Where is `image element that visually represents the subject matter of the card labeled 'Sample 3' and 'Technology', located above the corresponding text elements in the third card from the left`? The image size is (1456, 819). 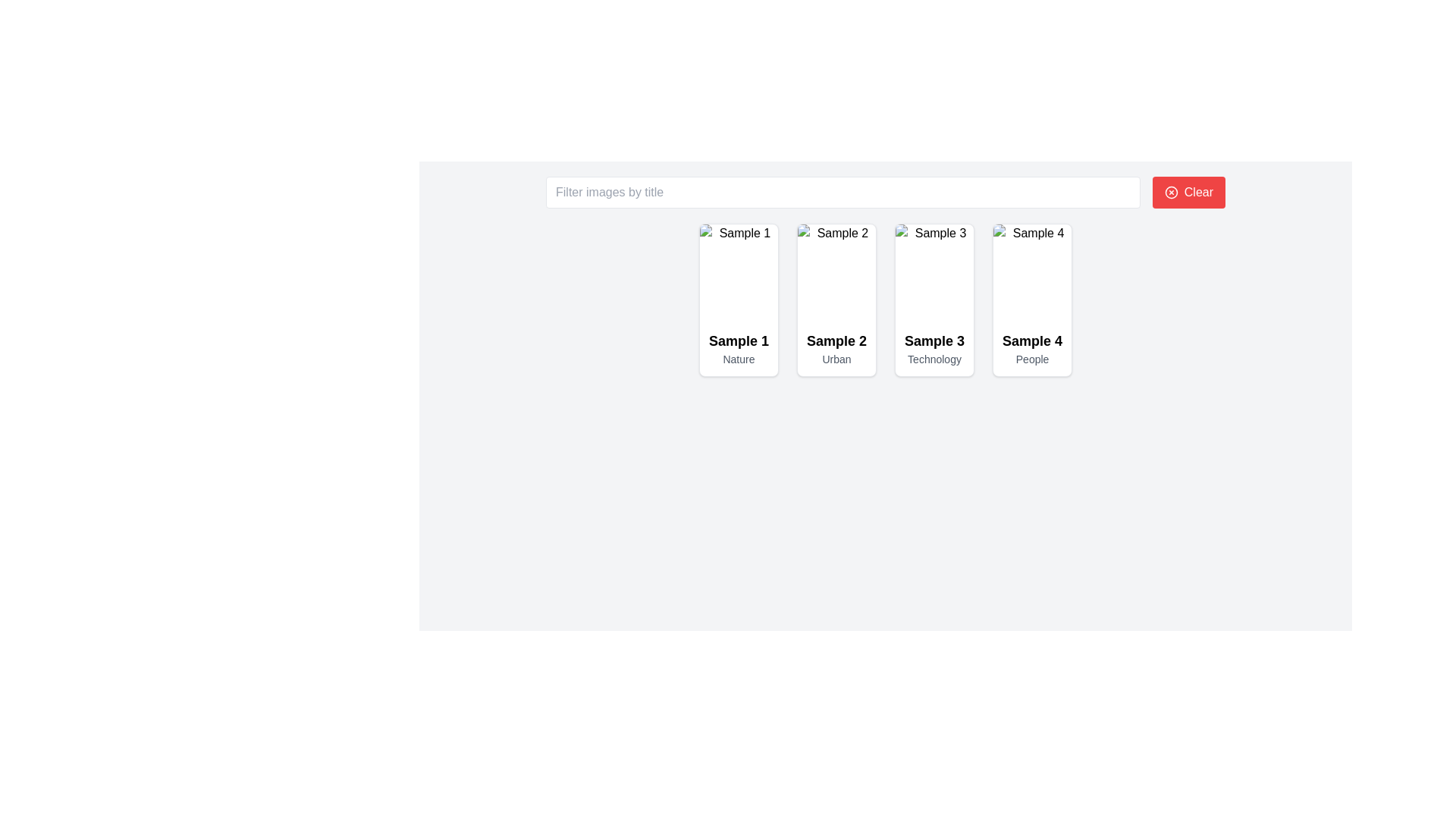 image element that visually represents the subject matter of the card labeled 'Sample 3' and 'Technology', located above the corresponding text elements in the third card from the left is located at coordinates (934, 271).